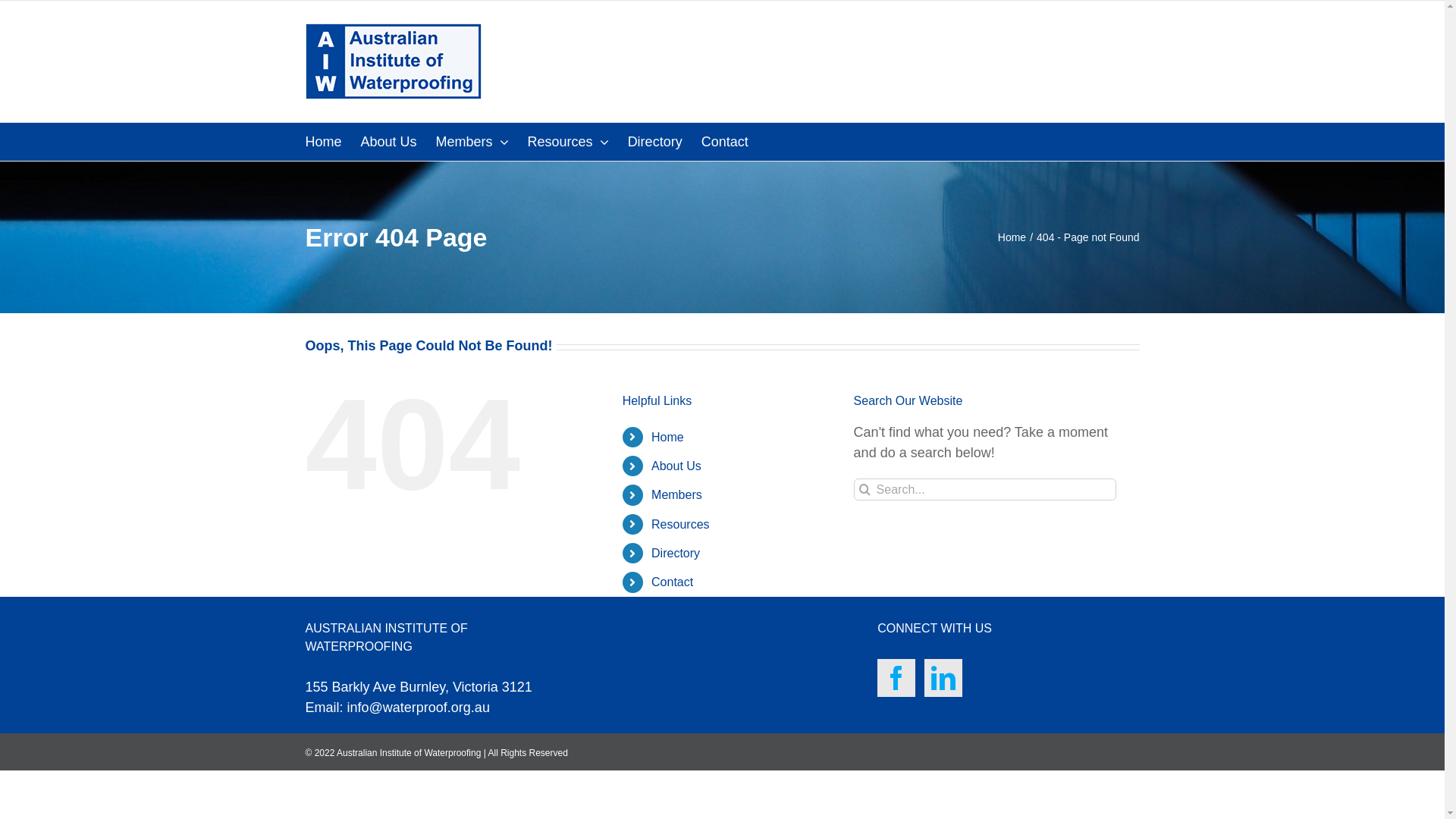 Image resolution: width=1456 pixels, height=819 pixels. What do you see at coordinates (651, 523) in the screenshot?
I see `'Resources'` at bounding box center [651, 523].